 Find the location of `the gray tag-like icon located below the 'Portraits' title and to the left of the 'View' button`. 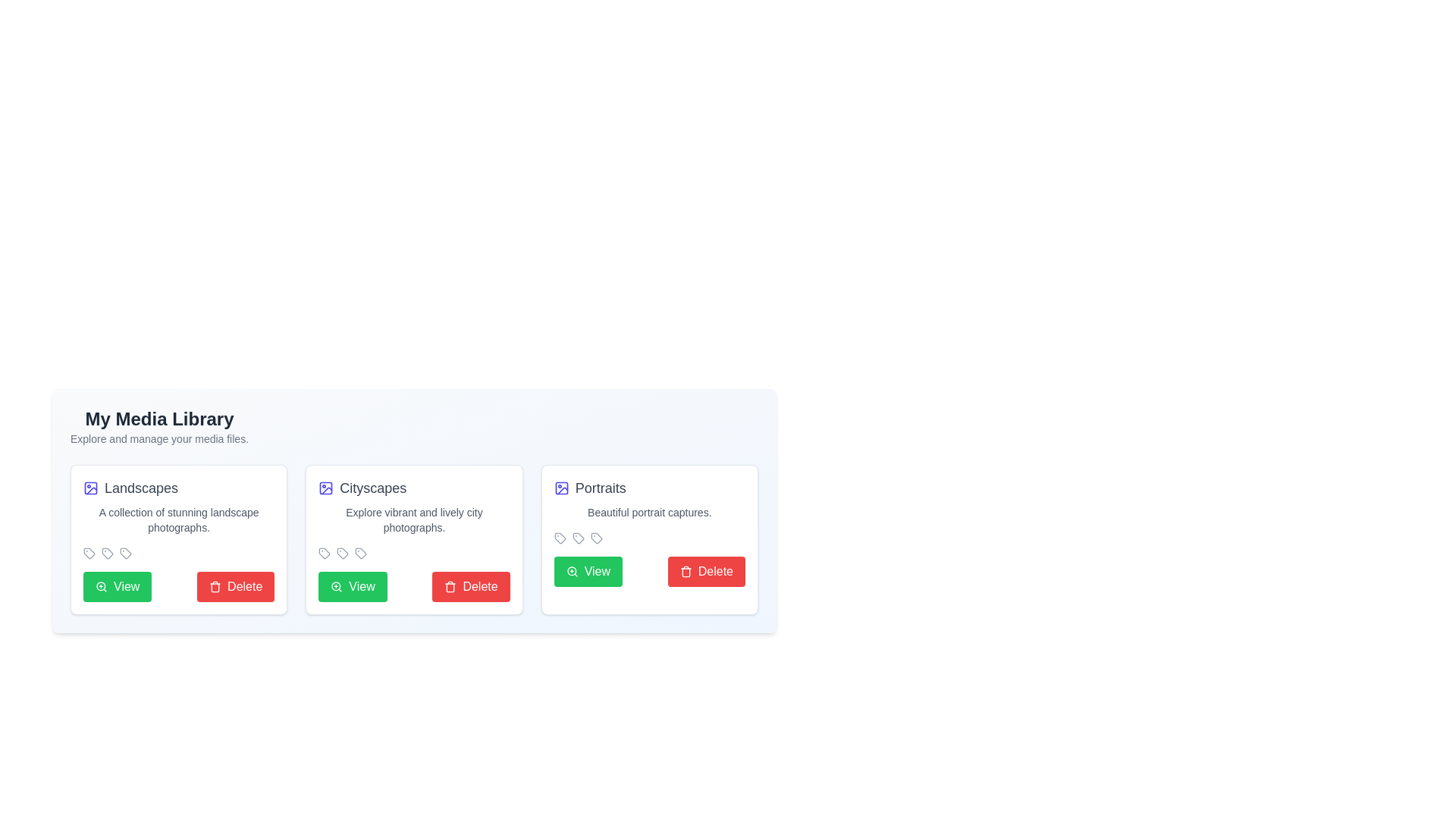

the gray tag-like icon located below the 'Portraits' title and to the left of the 'View' button is located at coordinates (577, 537).